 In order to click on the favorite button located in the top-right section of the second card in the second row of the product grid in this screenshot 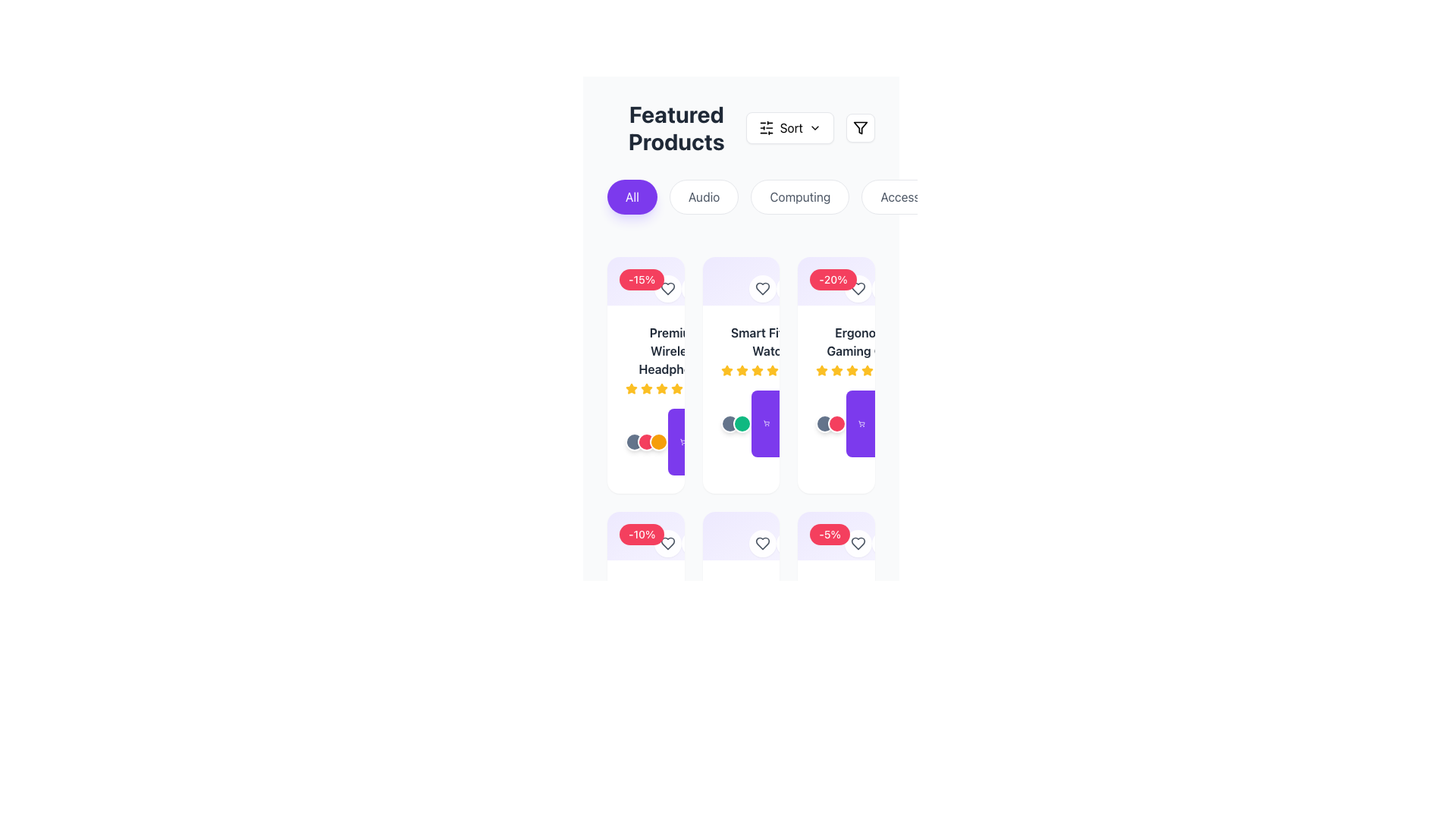, I will do `click(763, 543)`.